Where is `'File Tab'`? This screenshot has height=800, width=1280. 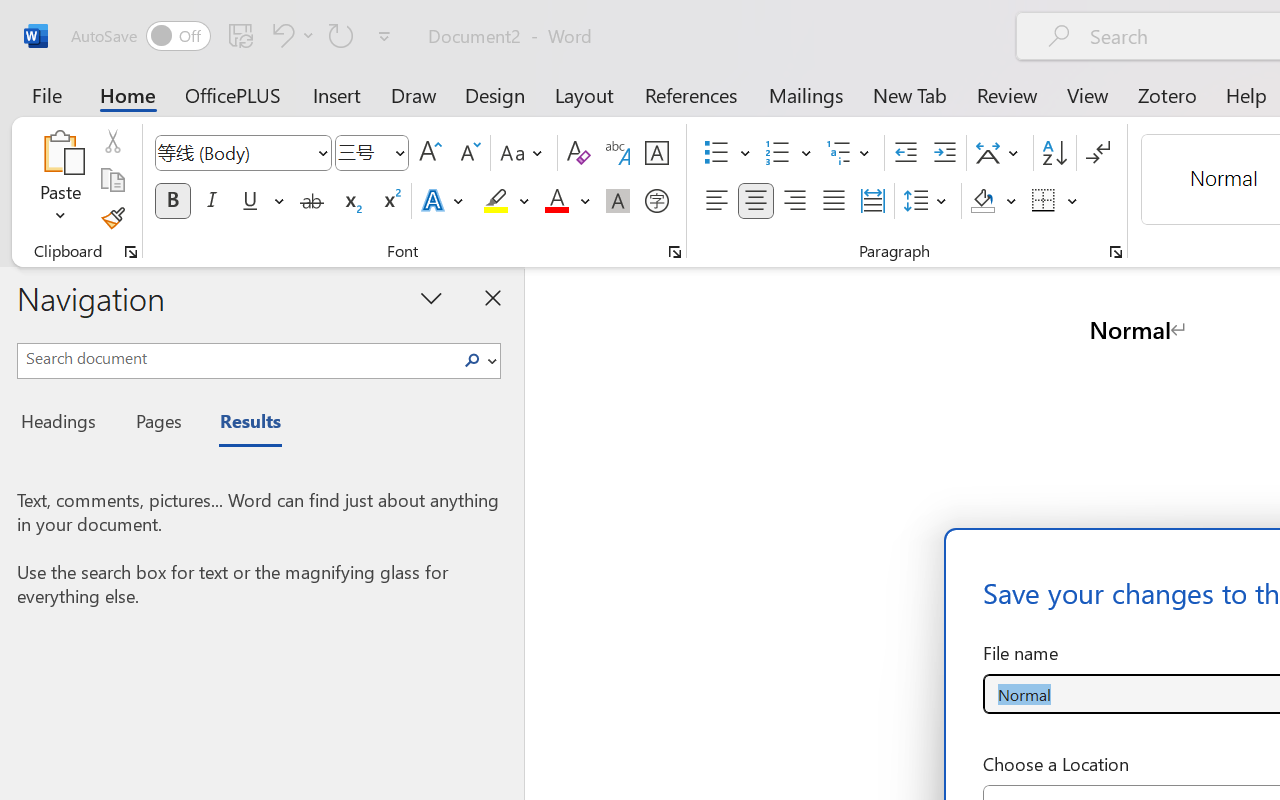 'File Tab' is located at coordinates (46, 94).